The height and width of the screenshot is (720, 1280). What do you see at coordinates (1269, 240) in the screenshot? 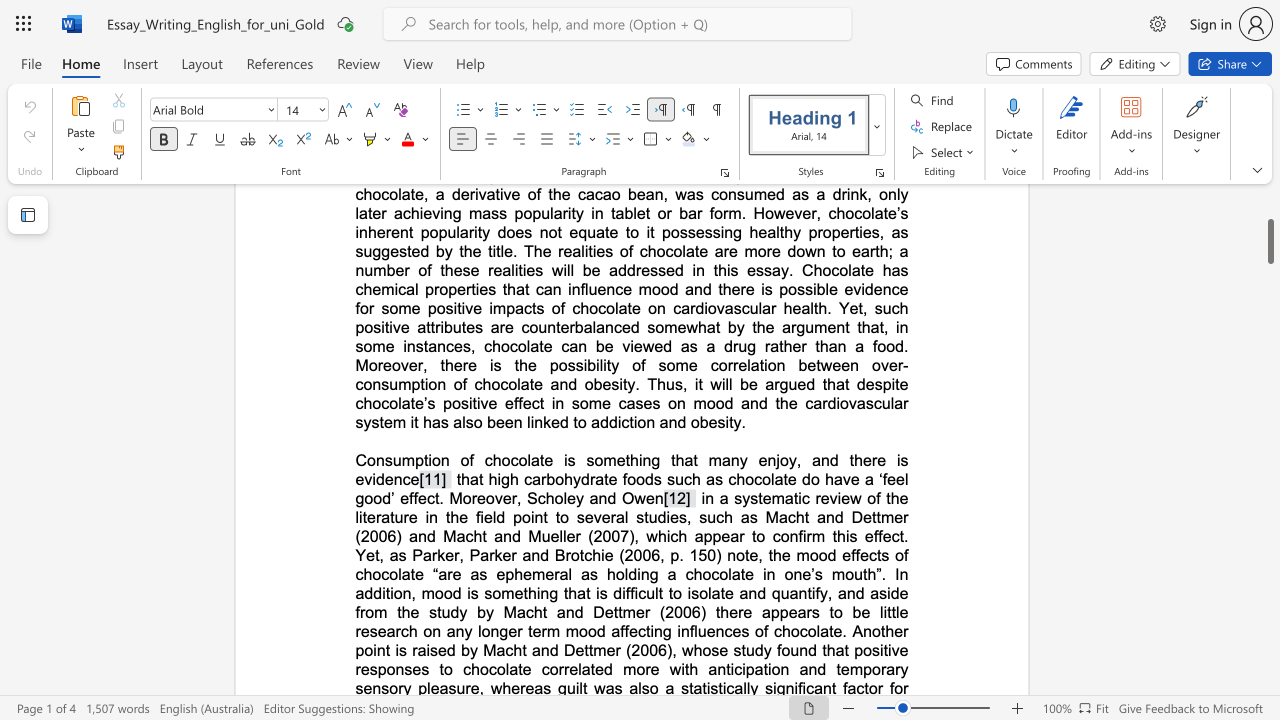
I see `the scrollbar and move up 160 pixels` at bounding box center [1269, 240].